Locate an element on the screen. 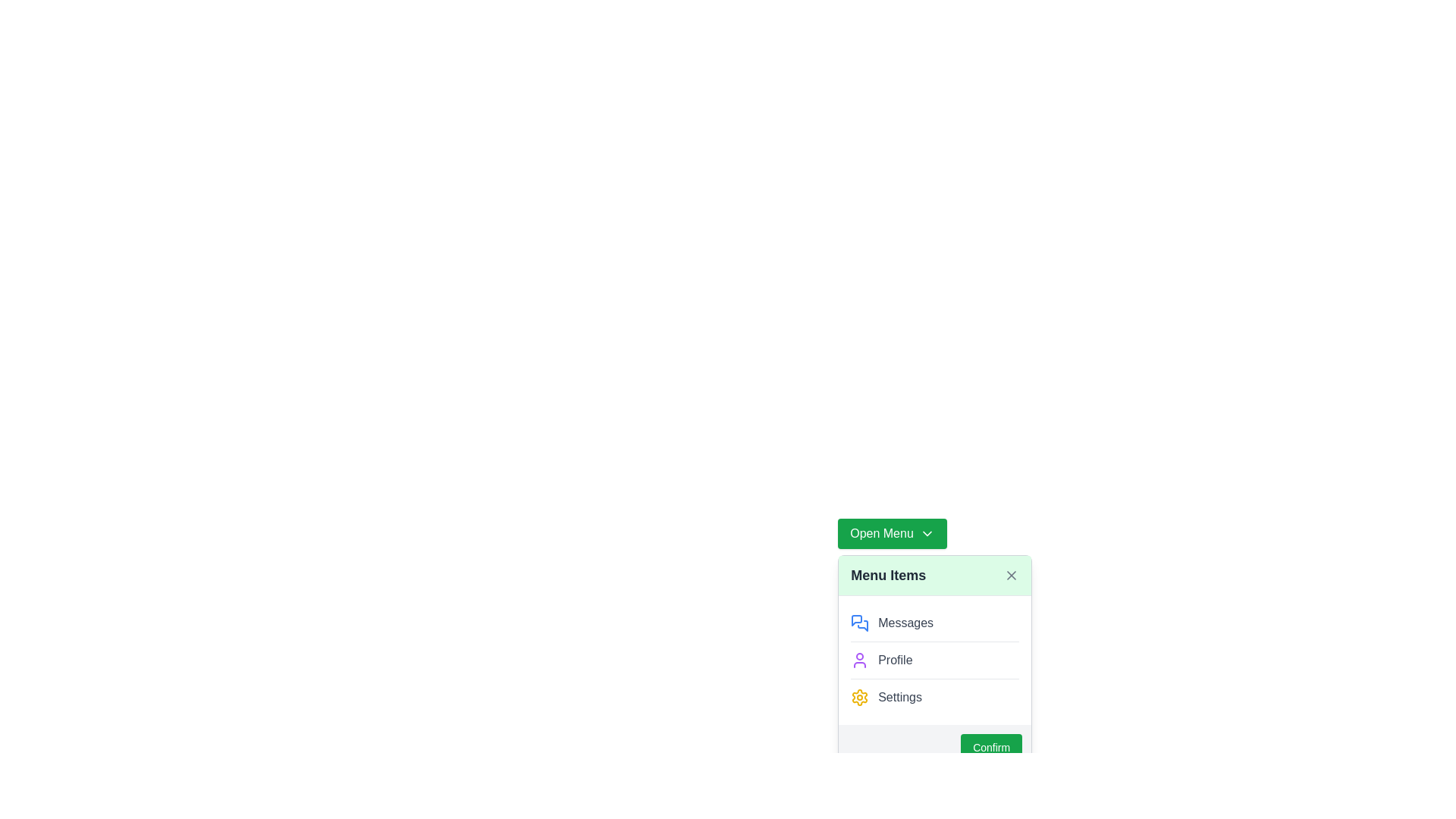 The height and width of the screenshot is (819, 1456). the 'Menu Items' static text label, which is displayed in a semibold font style and dark gray color against a light green background, located in the top bar of the dropdown panel is located at coordinates (888, 576).